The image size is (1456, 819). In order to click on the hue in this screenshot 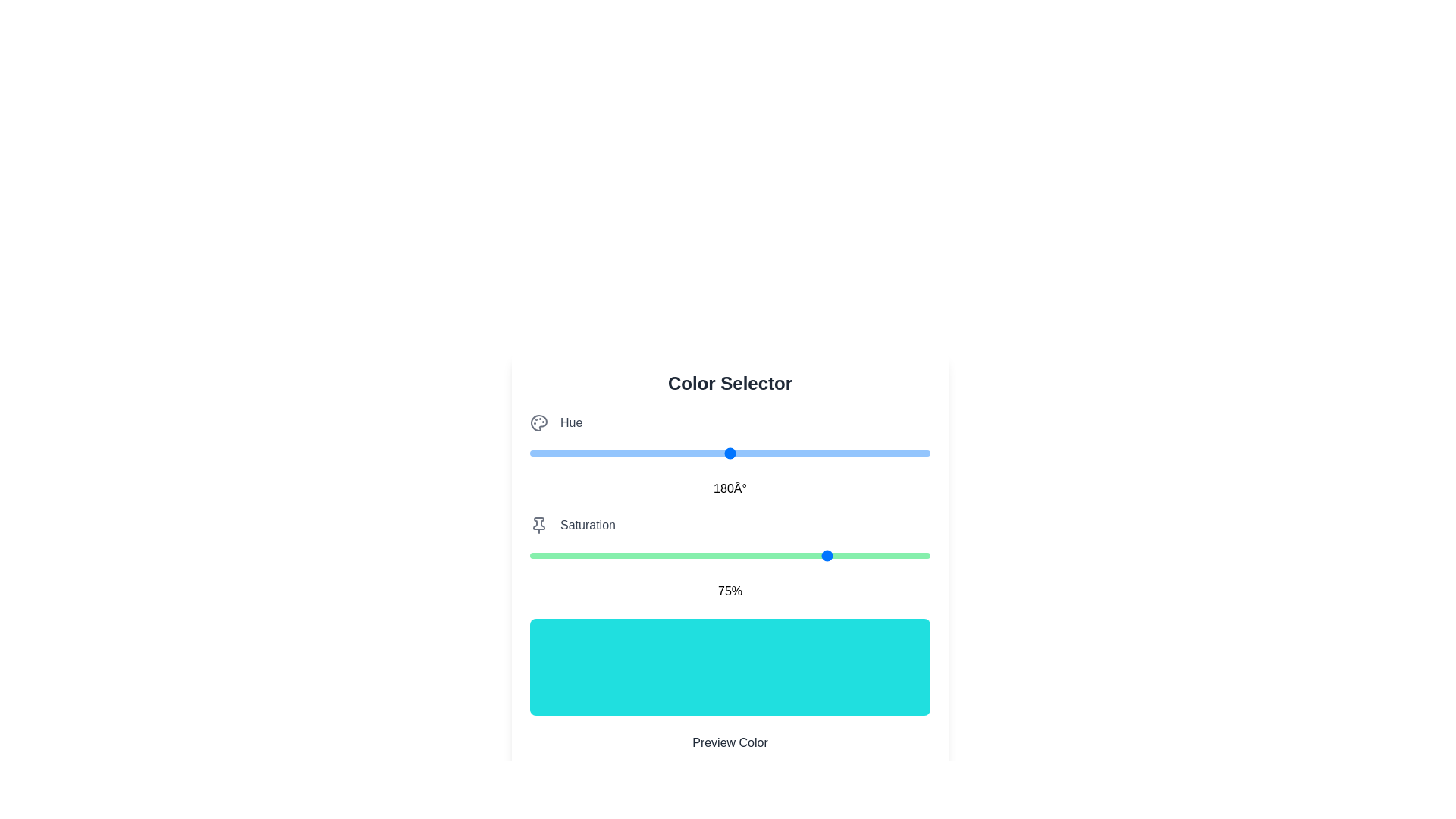, I will do `click(723, 452)`.